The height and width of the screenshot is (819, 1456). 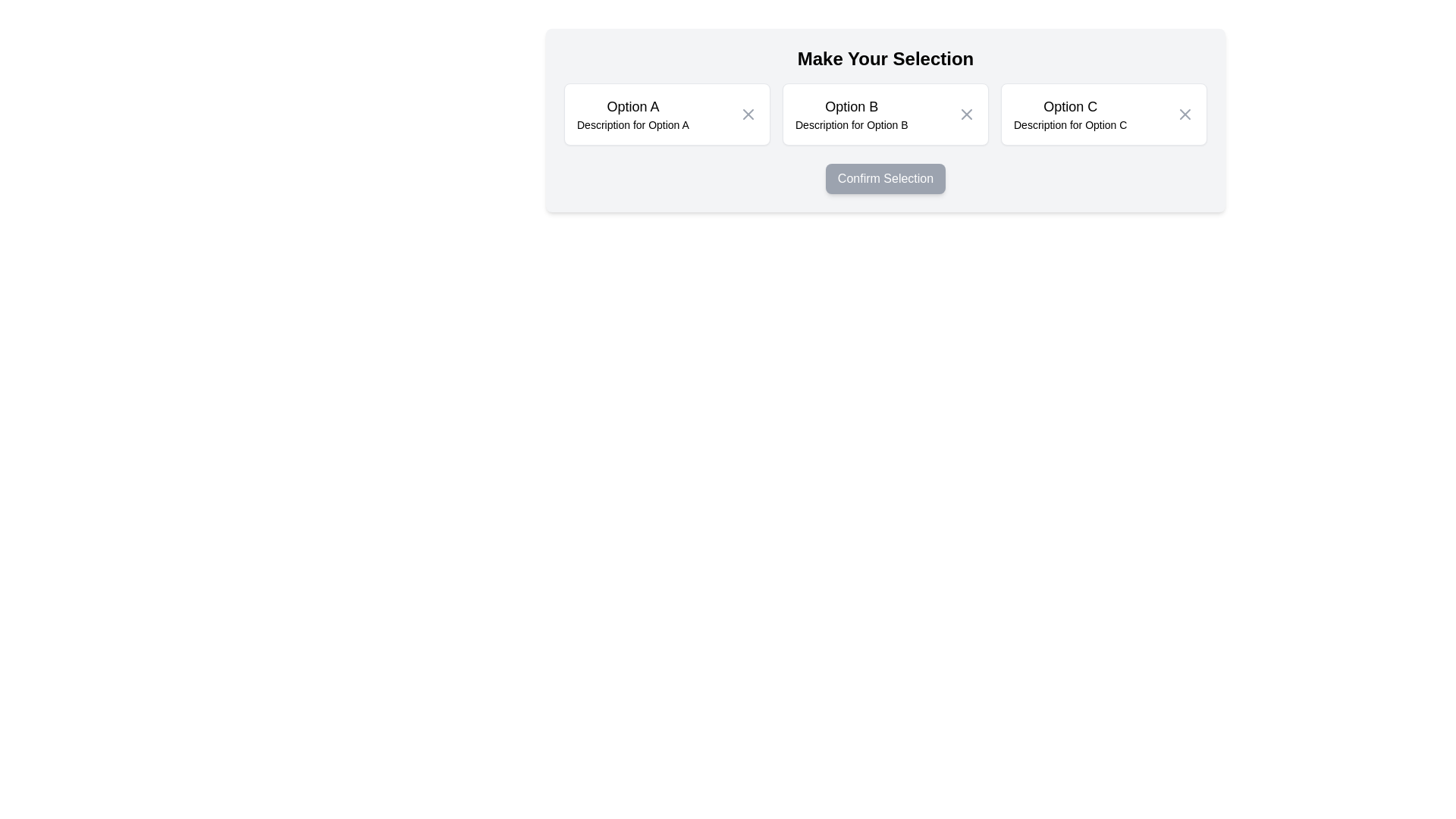 What do you see at coordinates (1185, 113) in the screenshot?
I see `the Close icon located in the top-right corner of the 'Option C' box` at bounding box center [1185, 113].